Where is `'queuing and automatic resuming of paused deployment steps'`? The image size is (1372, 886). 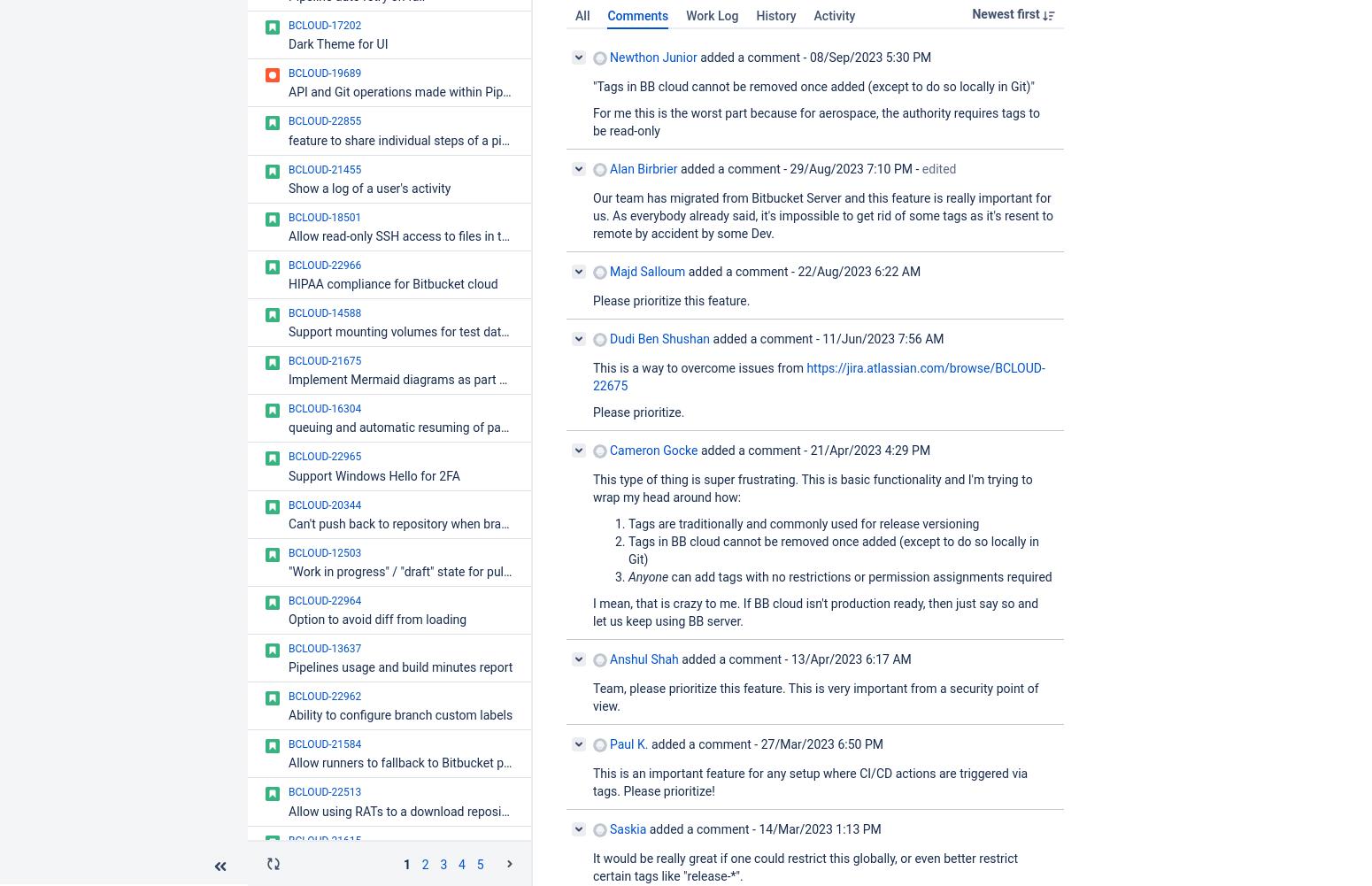 'queuing and automatic resuming of paused deployment steps' is located at coordinates (458, 427).